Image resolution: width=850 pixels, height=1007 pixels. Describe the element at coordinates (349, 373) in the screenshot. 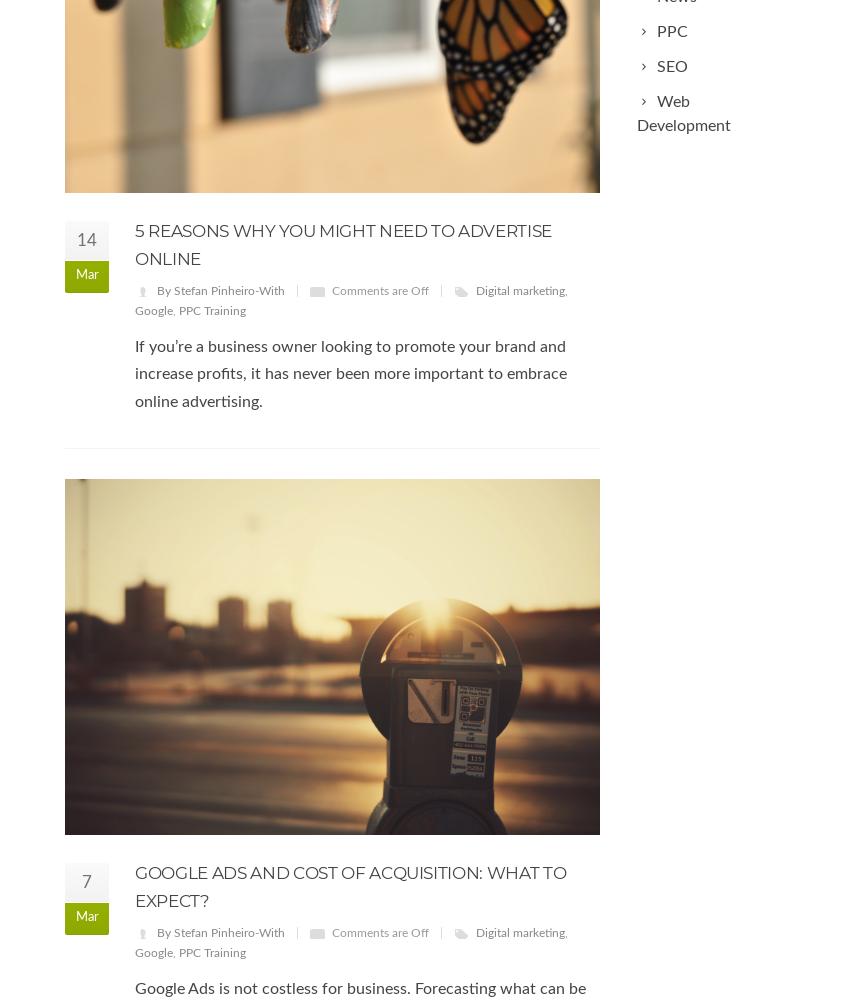

I see `'If you’re a business owner looking to promote your brand and increase profits, it has never been more important to embrace online advertising.'` at that location.